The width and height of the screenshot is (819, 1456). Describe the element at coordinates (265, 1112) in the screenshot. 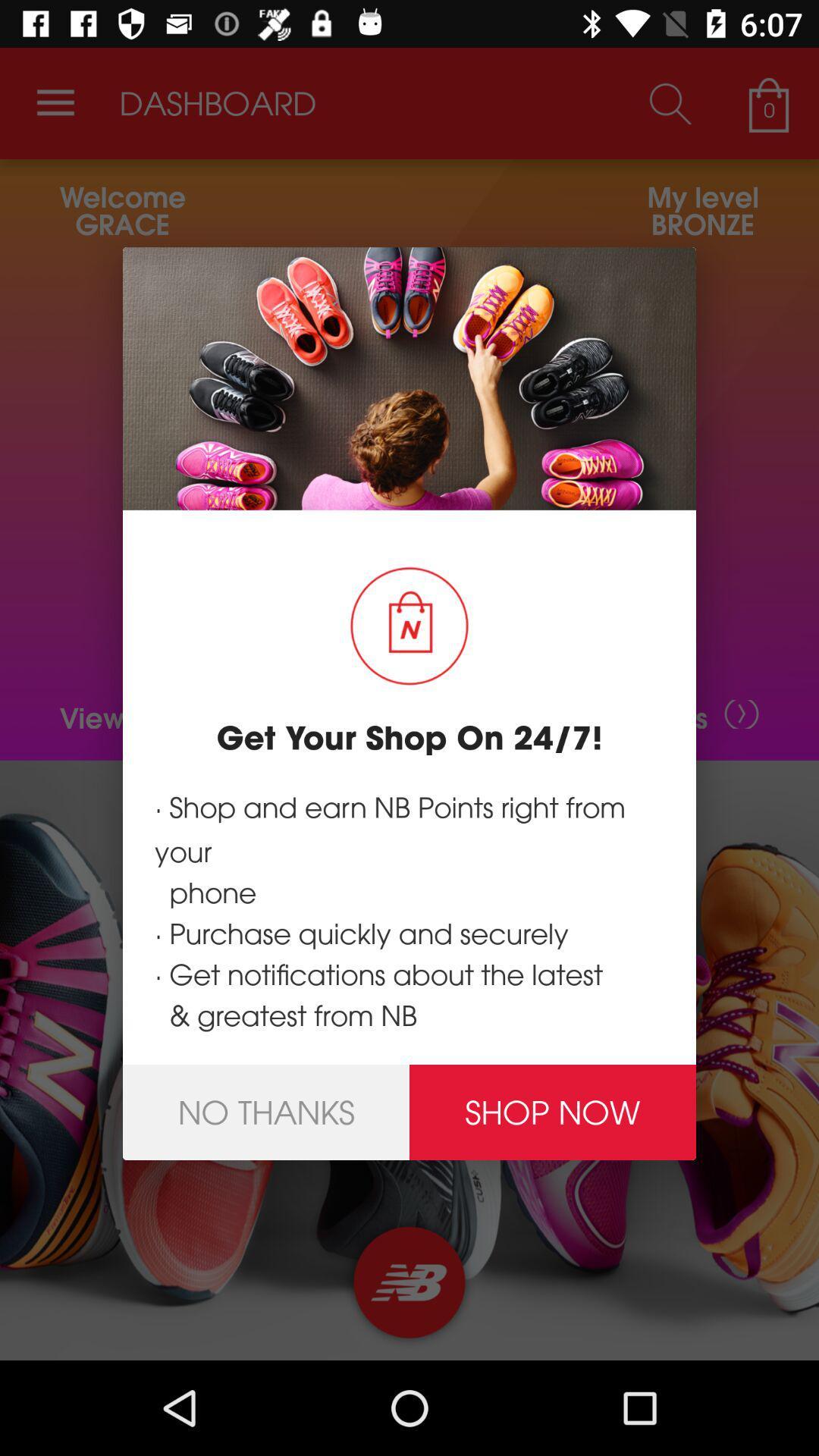

I see `the item to the left of shop now icon` at that location.